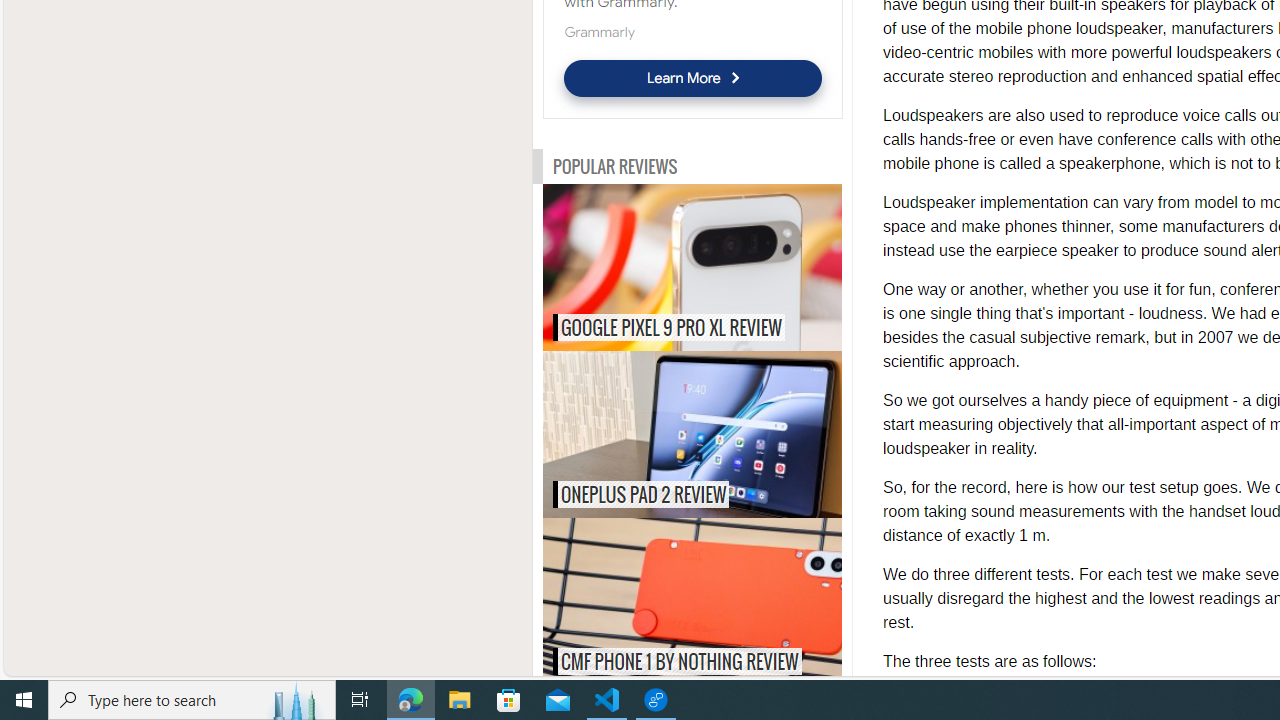 The width and height of the screenshot is (1280, 720). I want to click on 'CMF Phone 1 by Nothing review', so click(733, 600).